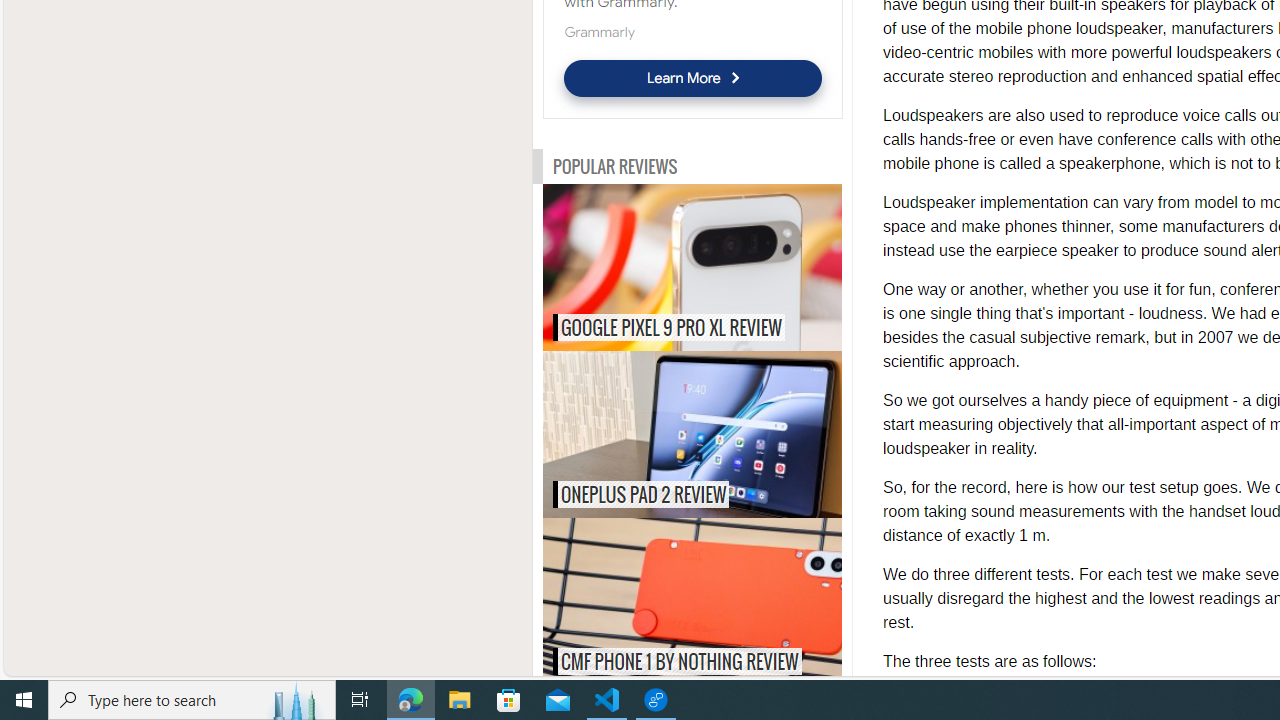 The width and height of the screenshot is (1280, 720). I want to click on 'CMF Phone 1 by Nothing review', so click(733, 600).